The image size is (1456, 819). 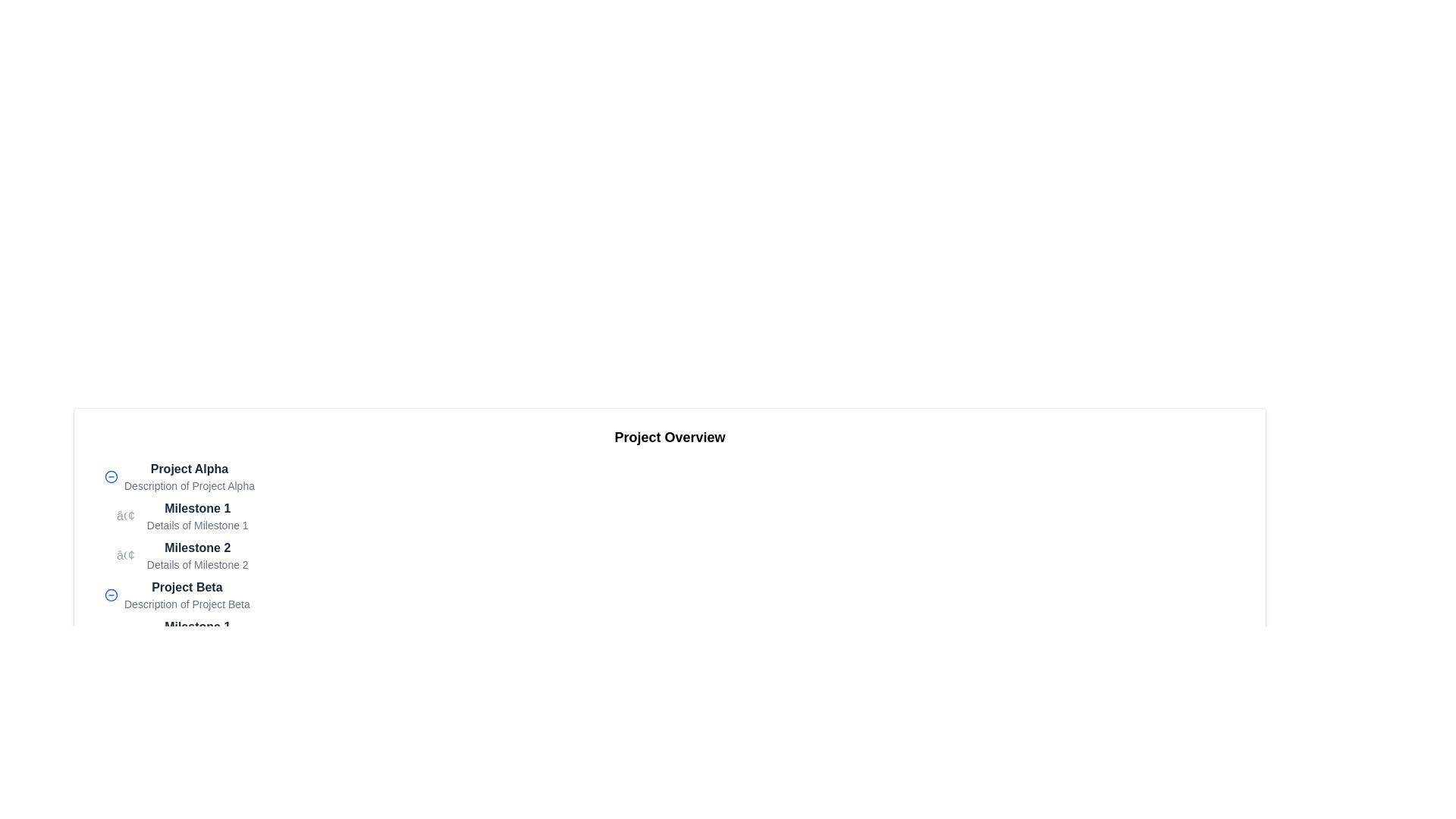 What do you see at coordinates (669, 438) in the screenshot?
I see `title text component labeled 'Project Overview', which is styled in bold and larger font at the top of the panel` at bounding box center [669, 438].